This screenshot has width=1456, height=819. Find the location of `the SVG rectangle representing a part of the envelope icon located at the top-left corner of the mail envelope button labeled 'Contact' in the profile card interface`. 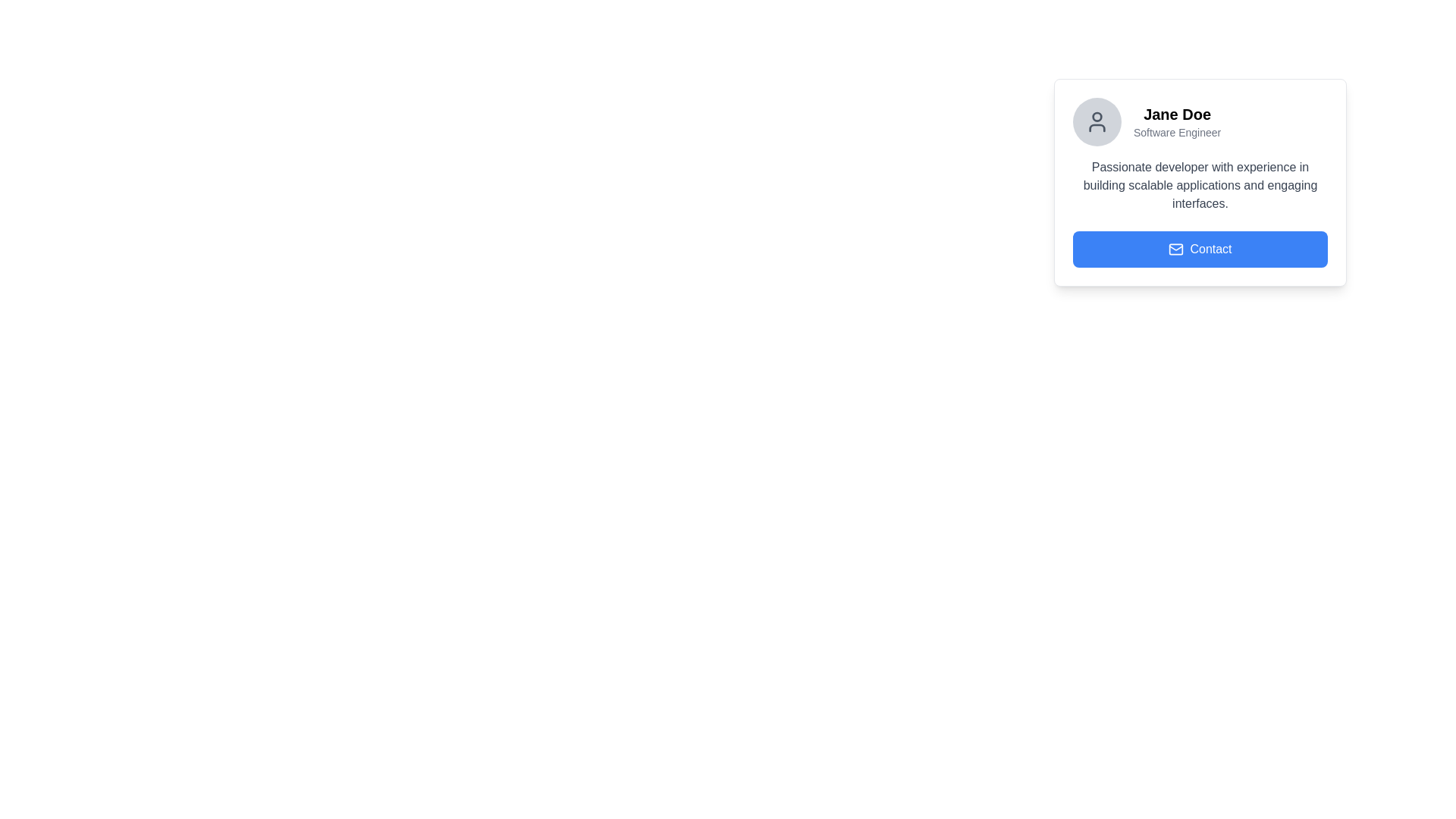

the SVG rectangle representing a part of the envelope icon located at the top-left corner of the mail envelope button labeled 'Contact' in the profile card interface is located at coordinates (1175, 248).